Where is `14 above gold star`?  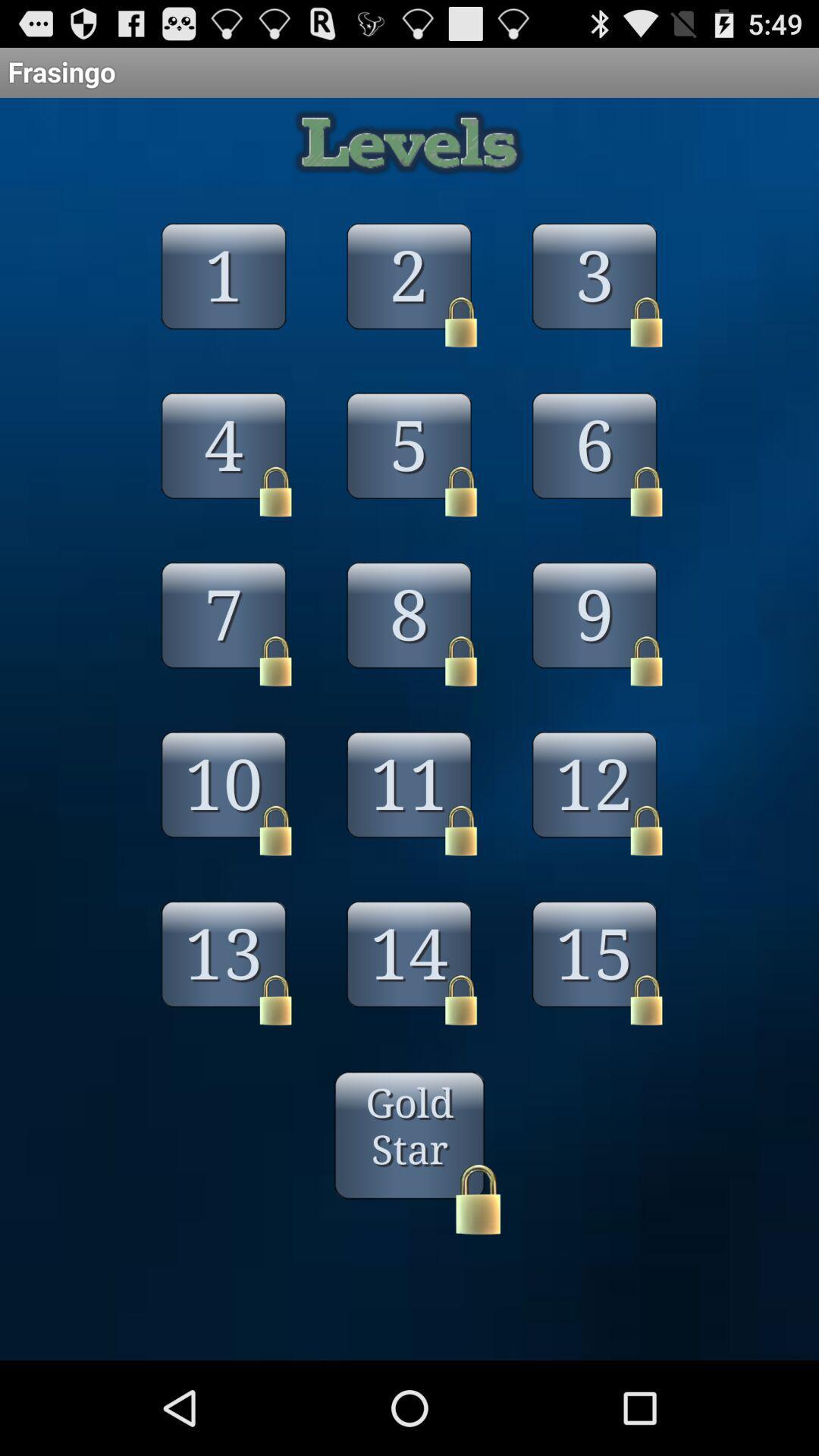 14 above gold star is located at coordinates (409, 975).